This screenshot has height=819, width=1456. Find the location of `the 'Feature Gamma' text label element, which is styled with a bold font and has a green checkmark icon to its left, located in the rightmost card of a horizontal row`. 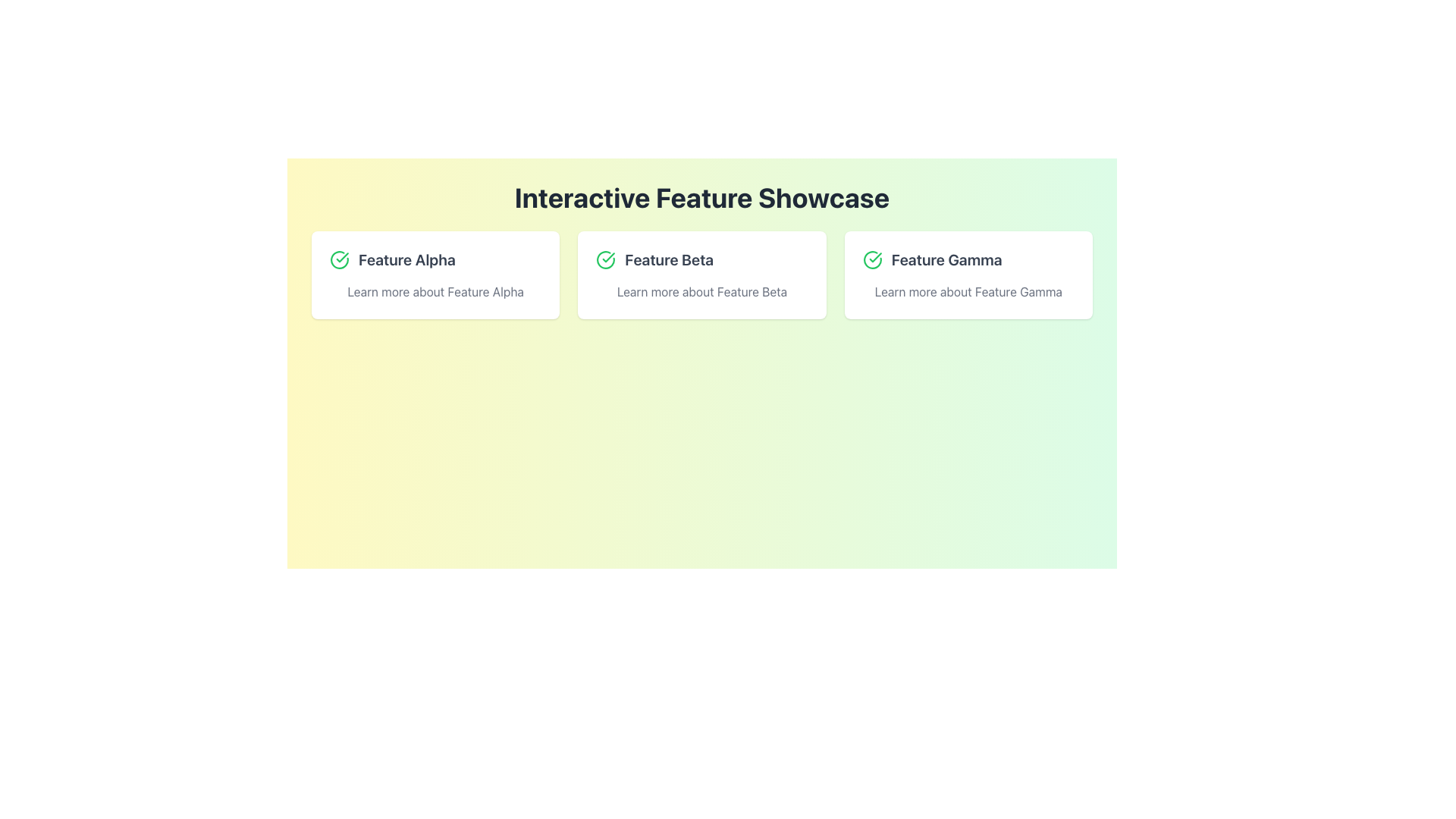

the 'Feature Gamma' text label element, which is styled with a bold font and has a green checkmark icon to its left, located in the rightmost card of a horizontal row is located at coordinates (968, 259).